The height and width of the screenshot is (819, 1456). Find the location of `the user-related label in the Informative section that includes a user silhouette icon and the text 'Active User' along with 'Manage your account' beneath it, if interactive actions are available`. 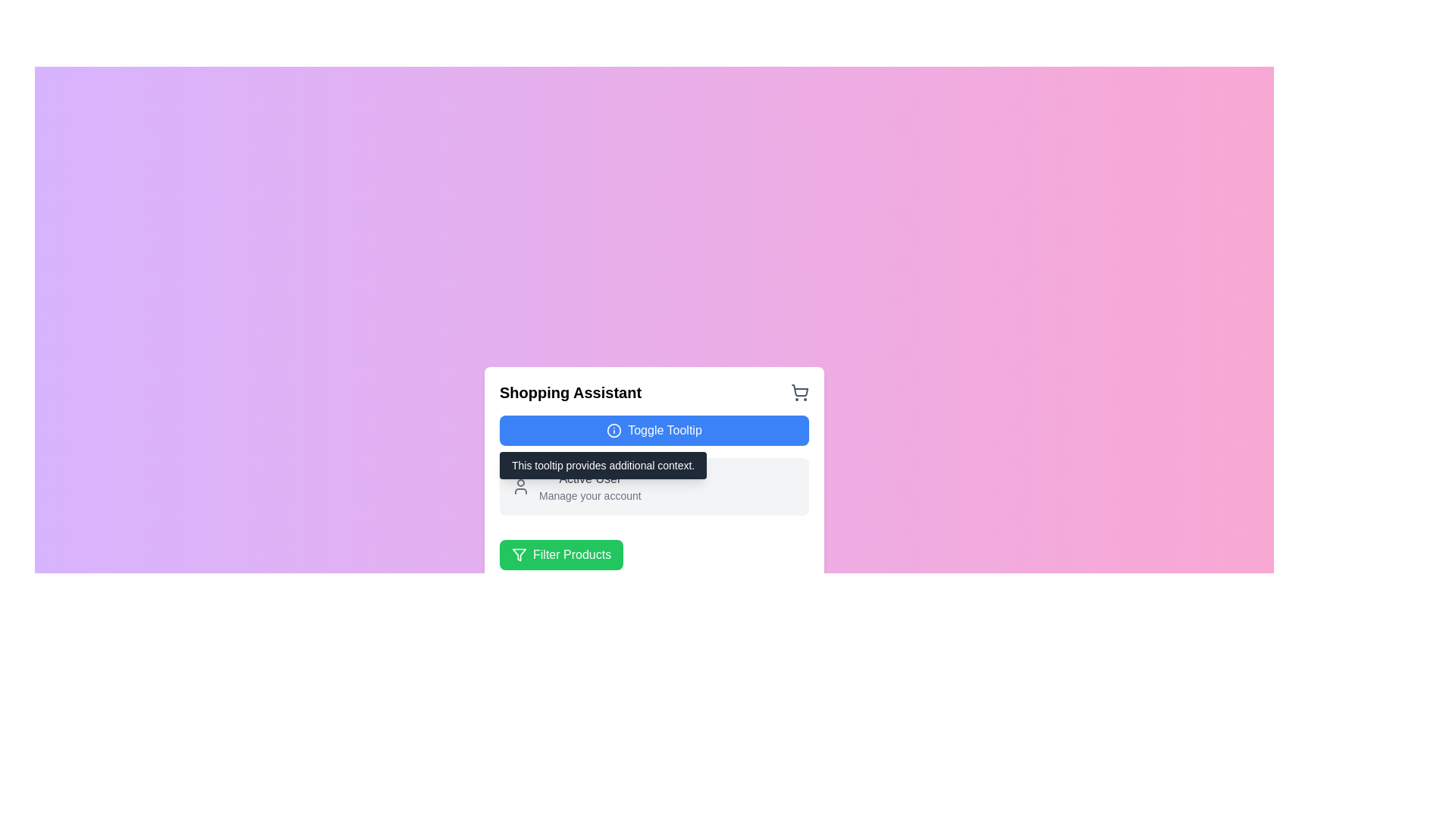

the user-related label in the Informative section that includes a user silhouette icon and the text 'Active User' along with 'Manage your account' beneath it, if interactive actions are available is located at coordinates (654, 486).